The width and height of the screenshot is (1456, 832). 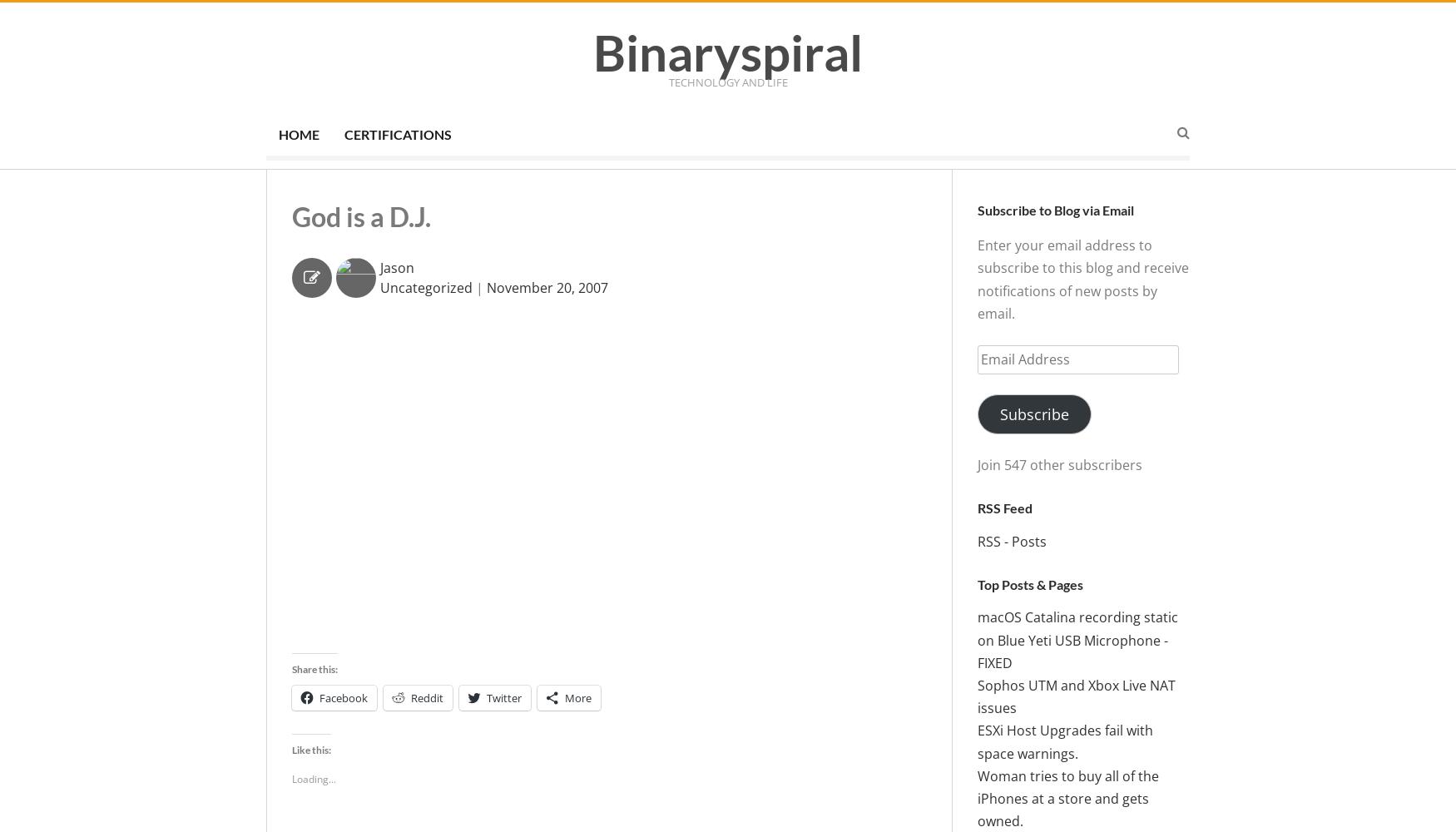 I want to click on 'Loading...', so click(x=313, y=778).